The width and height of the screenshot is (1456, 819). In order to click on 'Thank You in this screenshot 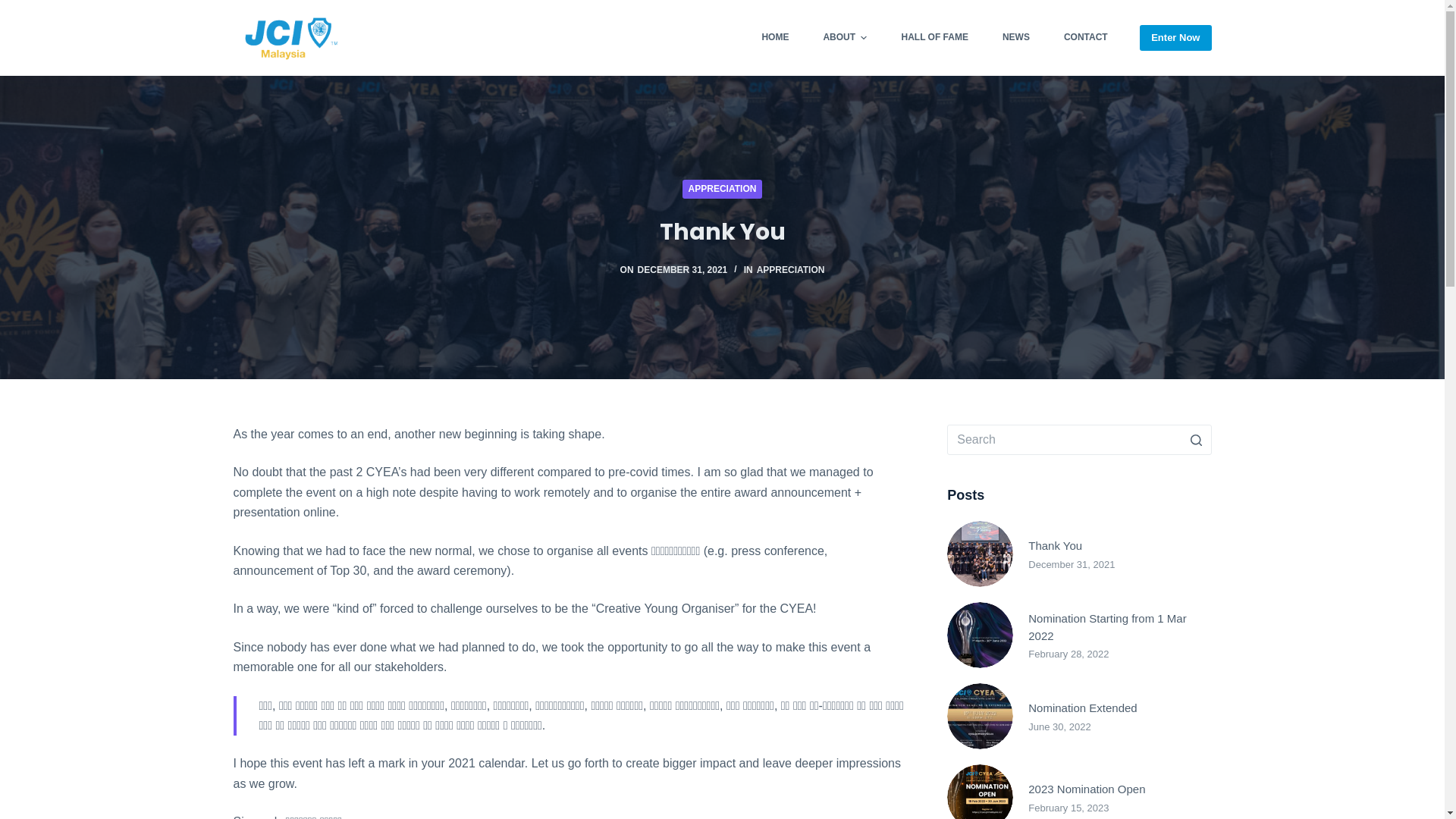, I will do `click(1078, 554)`.